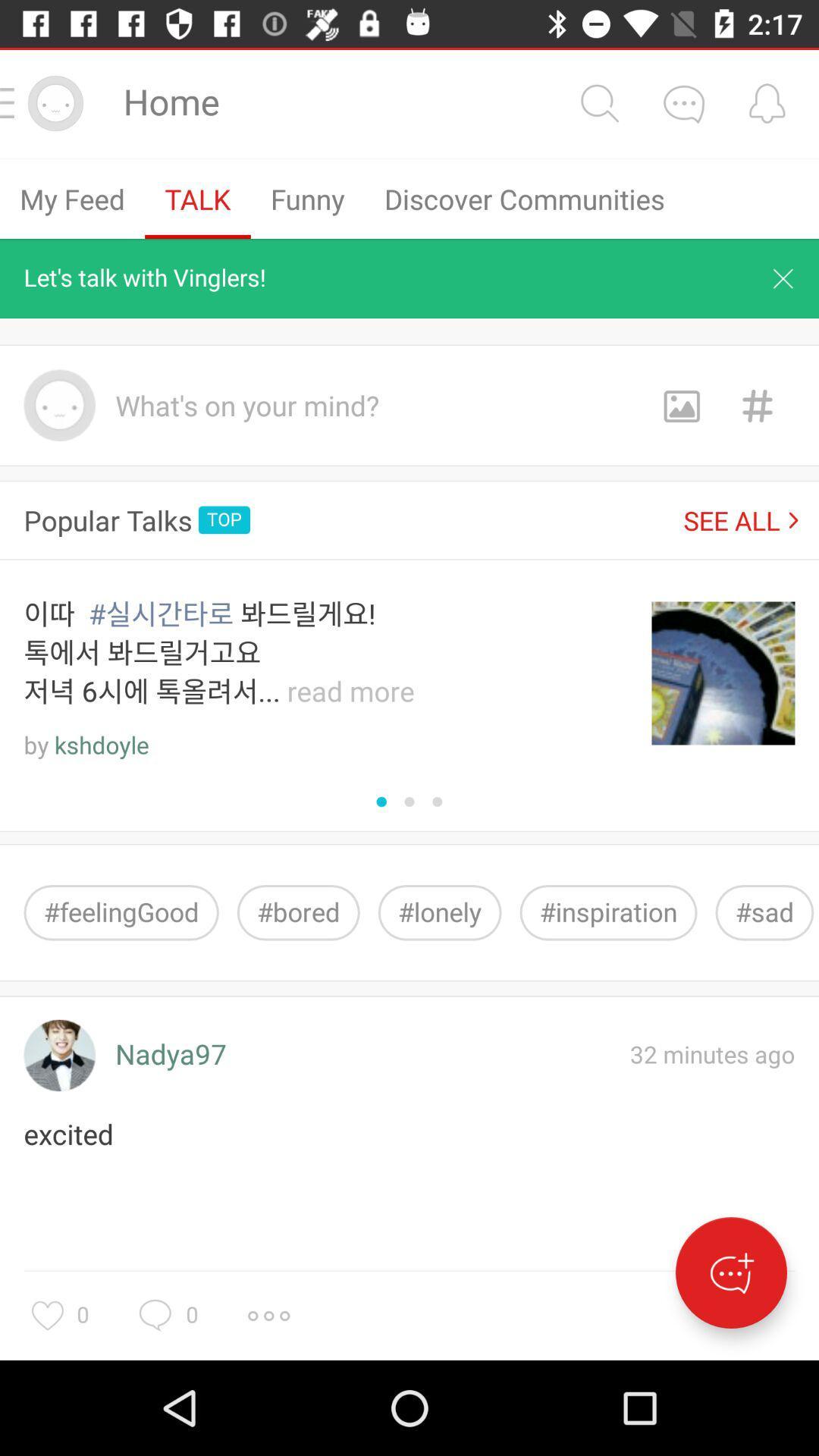  I want to click on the item next to #inspiration icon, so click(764, 912).